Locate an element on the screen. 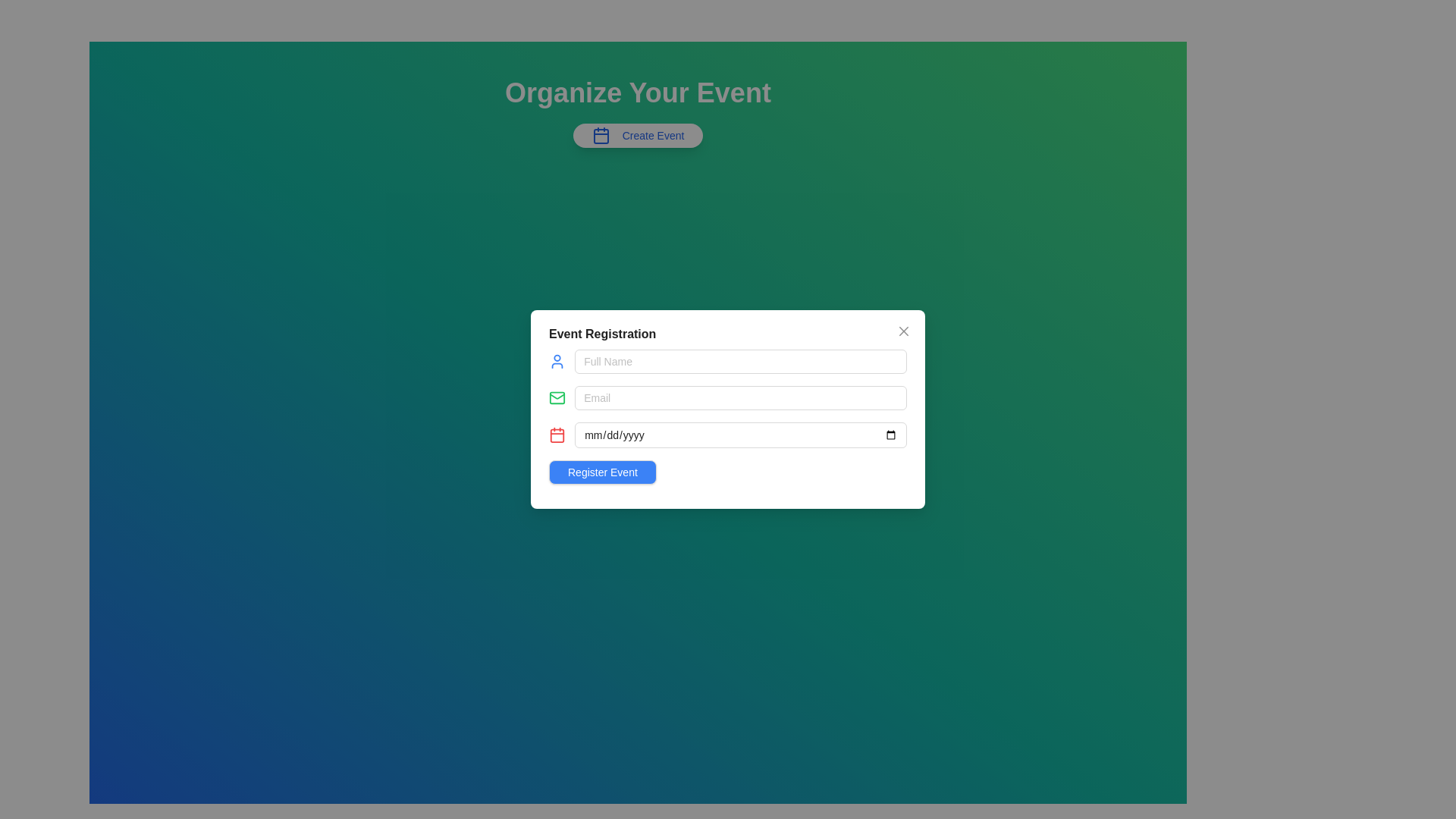 The width and height of the screenshot is (1456, 819). the 'Create Event' button, which is styled with a white background and blue text, located beneath the header 'Organize Your Event' is located at coordinates (638, 134).